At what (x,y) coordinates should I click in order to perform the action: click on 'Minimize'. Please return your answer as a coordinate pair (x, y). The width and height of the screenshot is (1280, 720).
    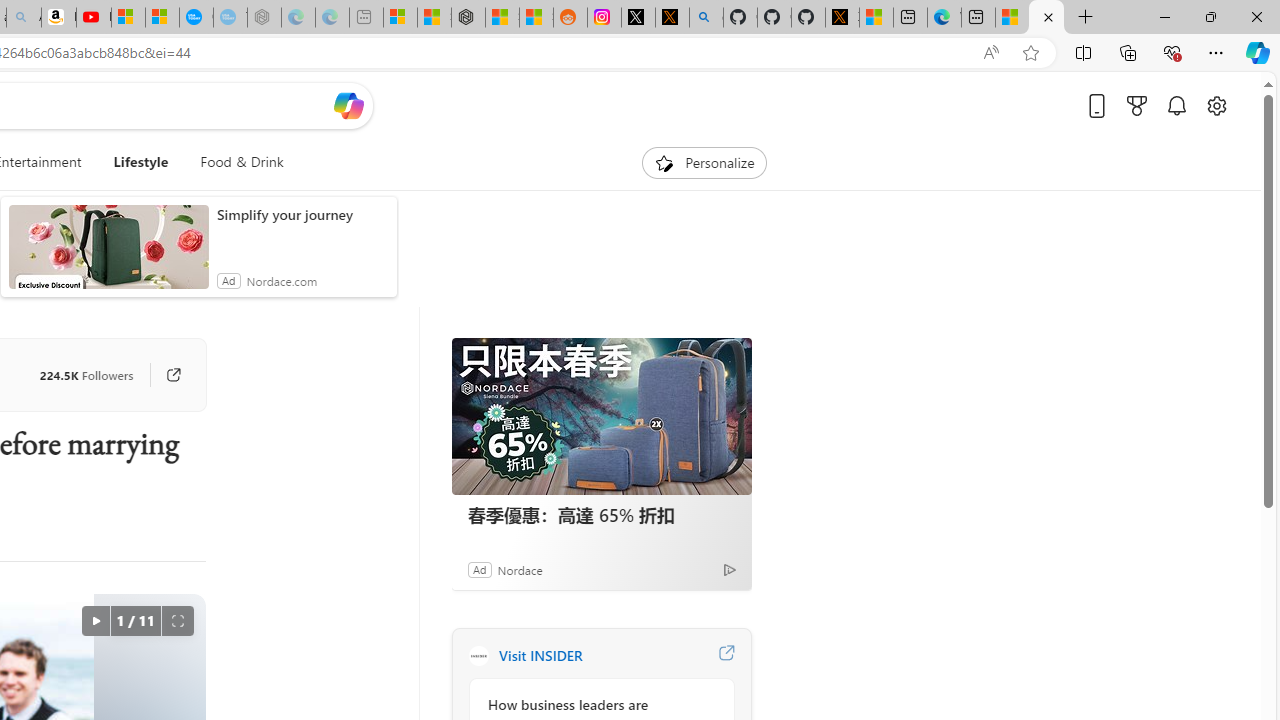
    Looking at the image, I should click on (1164, 16).